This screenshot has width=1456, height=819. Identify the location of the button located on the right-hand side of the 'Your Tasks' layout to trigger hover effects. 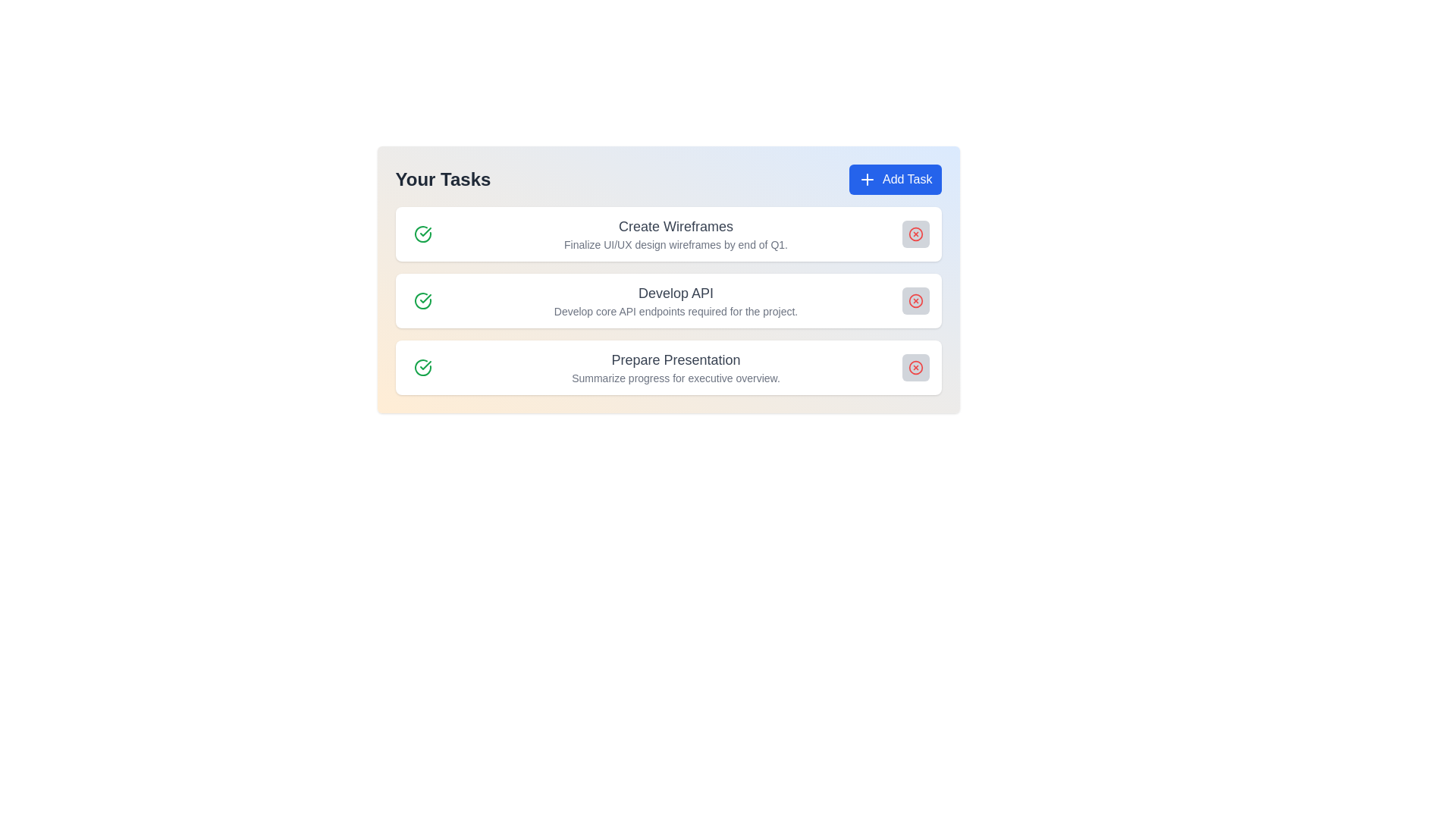
(895, 178).